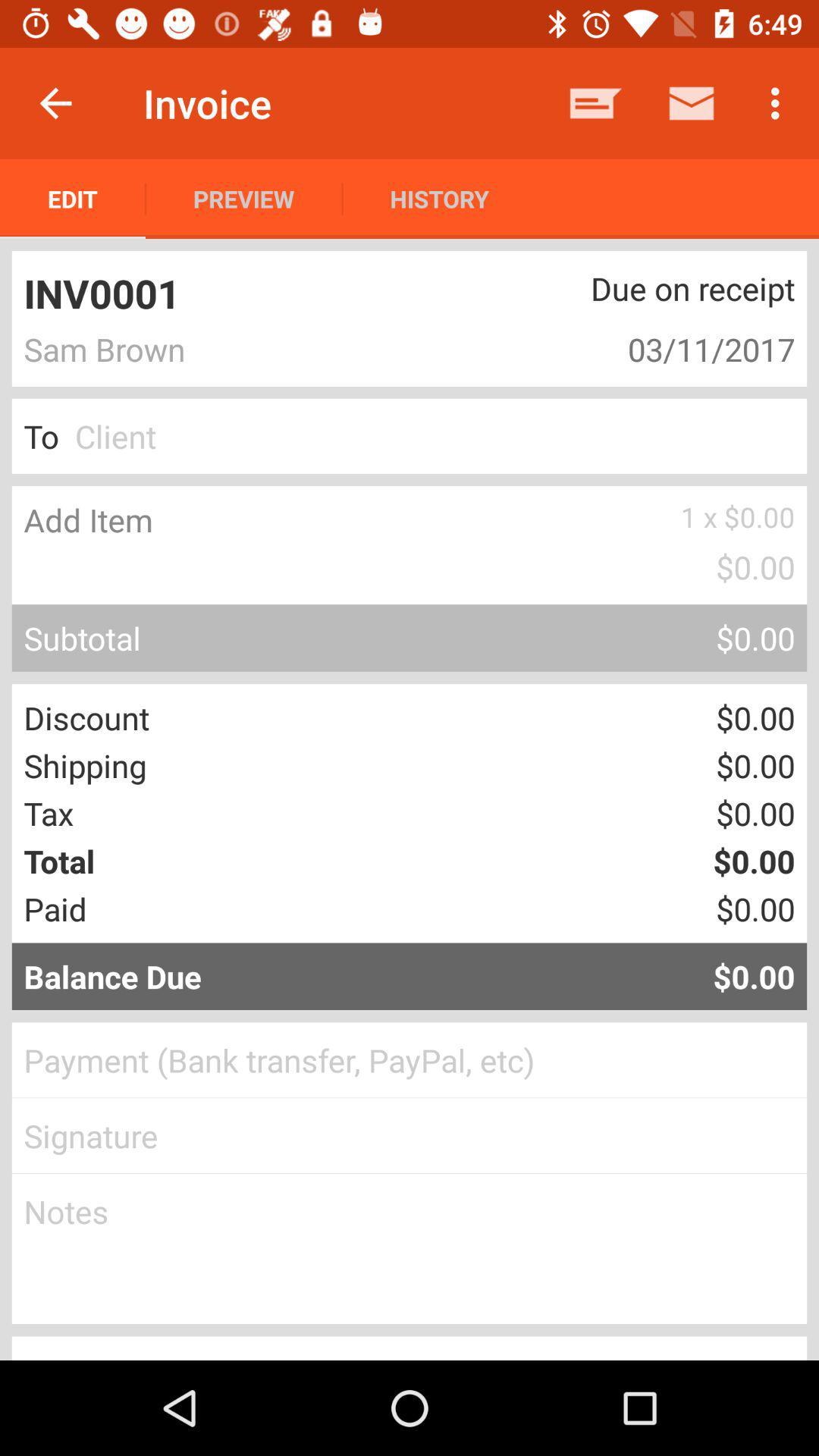 This screenshot has width=819, height=1456. I want to click on edit, so click(73, 198).